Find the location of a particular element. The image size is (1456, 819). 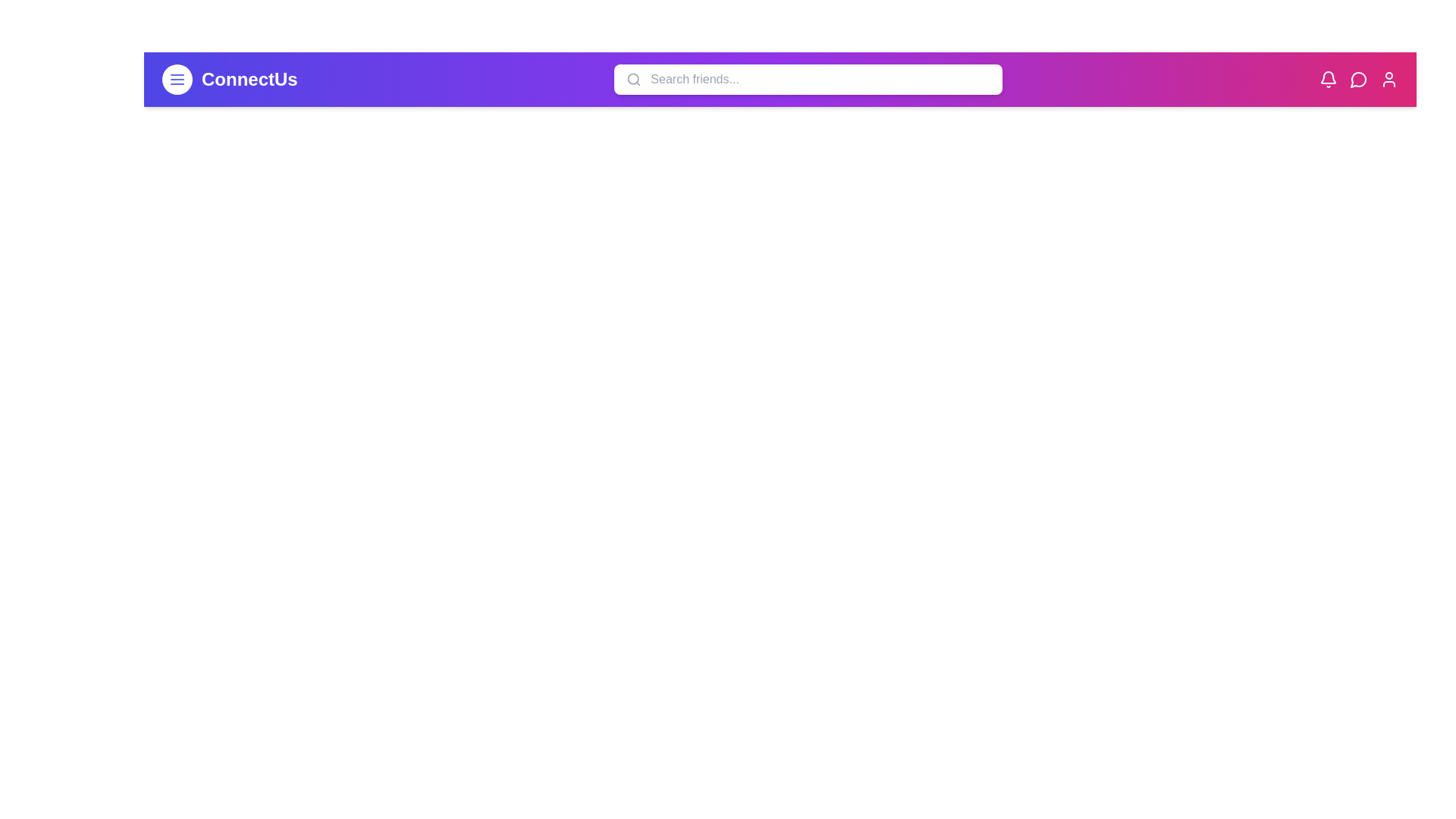

the message icon to view messages is located at coordinates (1358, 79).